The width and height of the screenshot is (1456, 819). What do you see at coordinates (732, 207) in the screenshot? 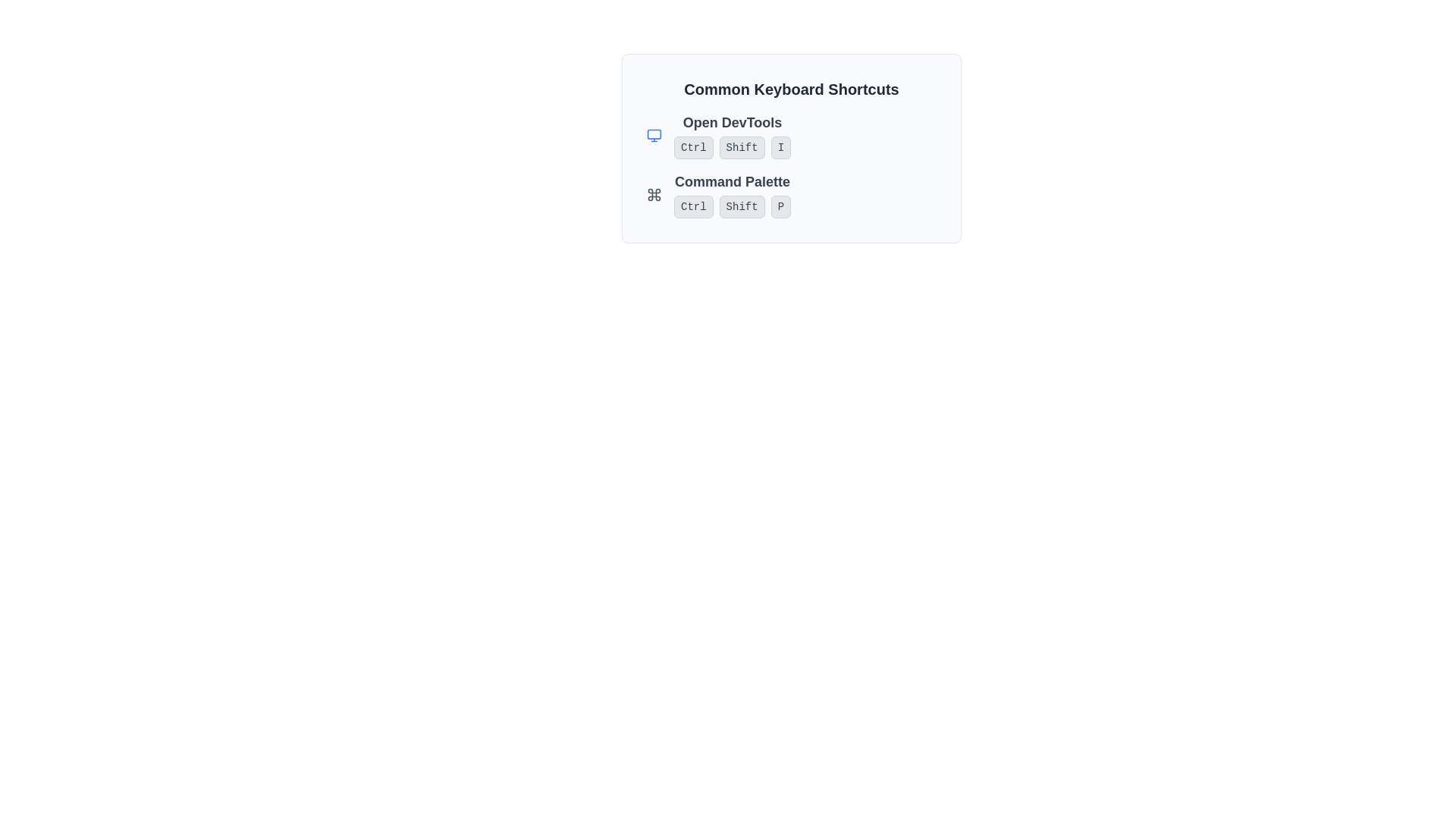
I see `the grouped buttons representing the keyboard shortcut (Ctrl + Shift + P) located under 'Command Palette' in the 'Common Keyboard Shortcuts' panel` at bounding box center [732, 207].